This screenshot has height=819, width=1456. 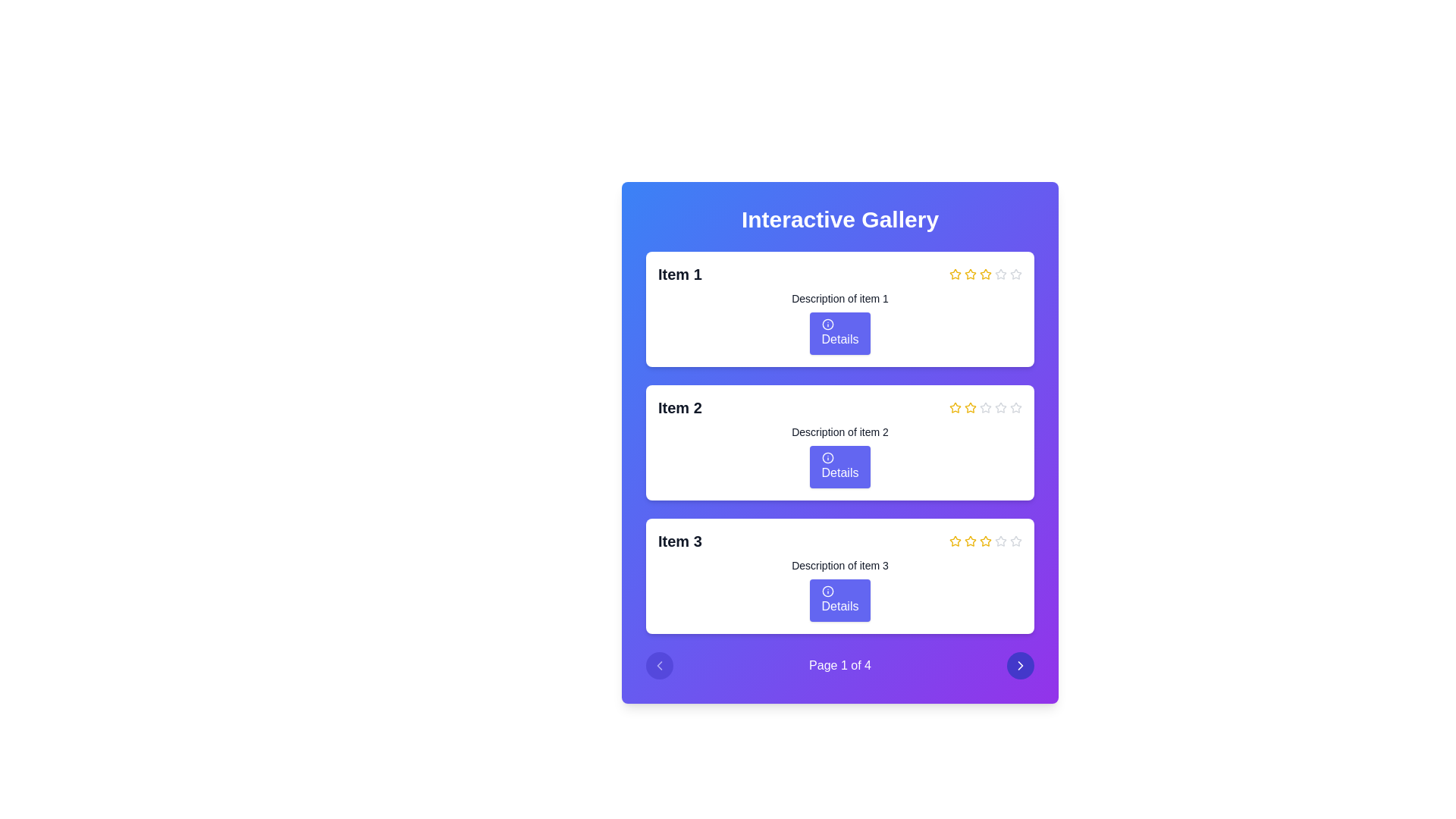 What do you see at coordinates (839, 432) in the screenshot?
I see `text label providing additional information about 'Item 2' located in the card layout, positioned between the title and the 'Details' button` at bounding box center [839, 432].